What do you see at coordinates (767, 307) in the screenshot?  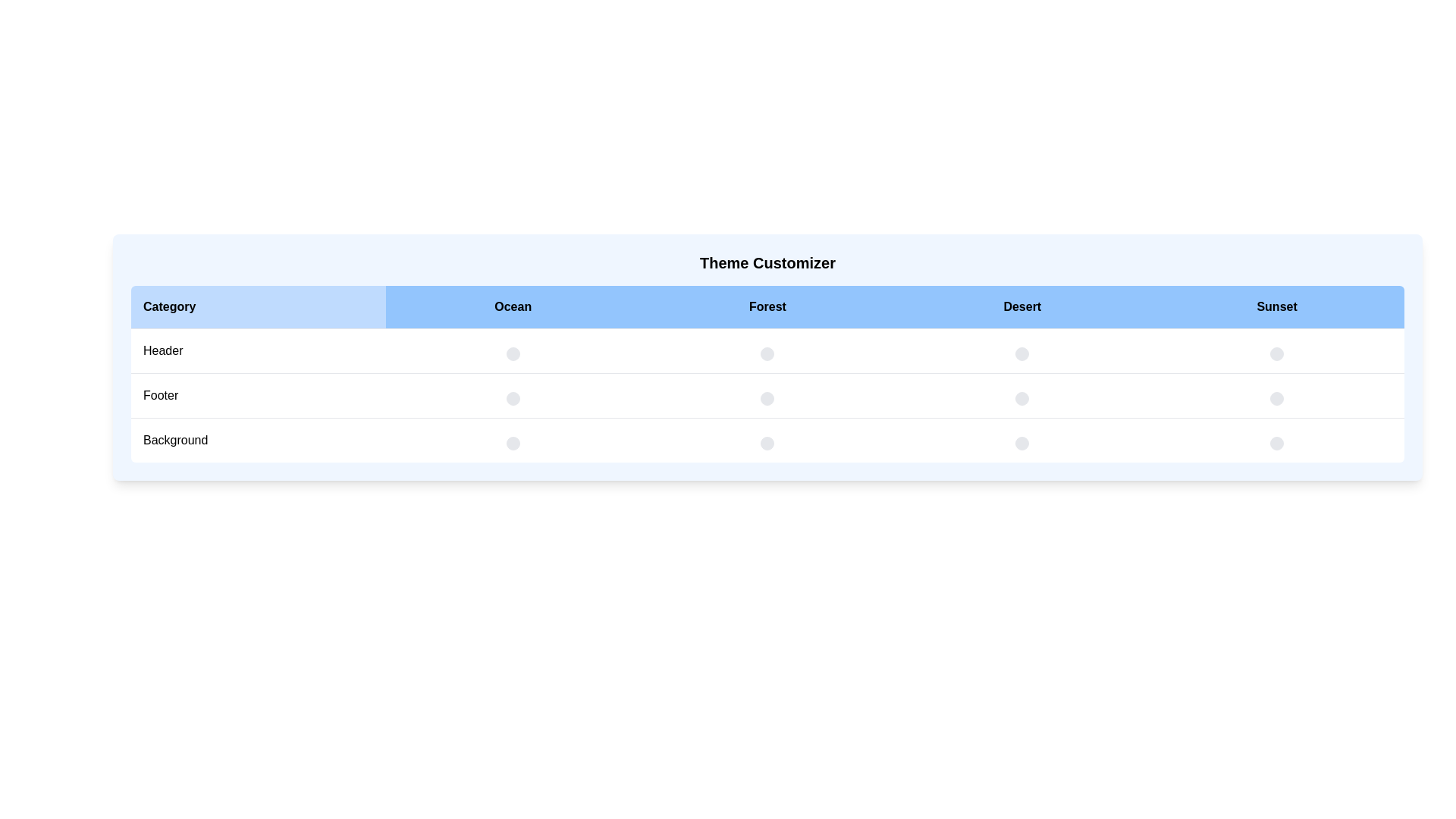 I see `the 'Forest' category label, which is the third element in a row containing 'Category', 'Ocean', 'Forest', 'Desert', and 'Sunset'` at bounding box center [767, 307].